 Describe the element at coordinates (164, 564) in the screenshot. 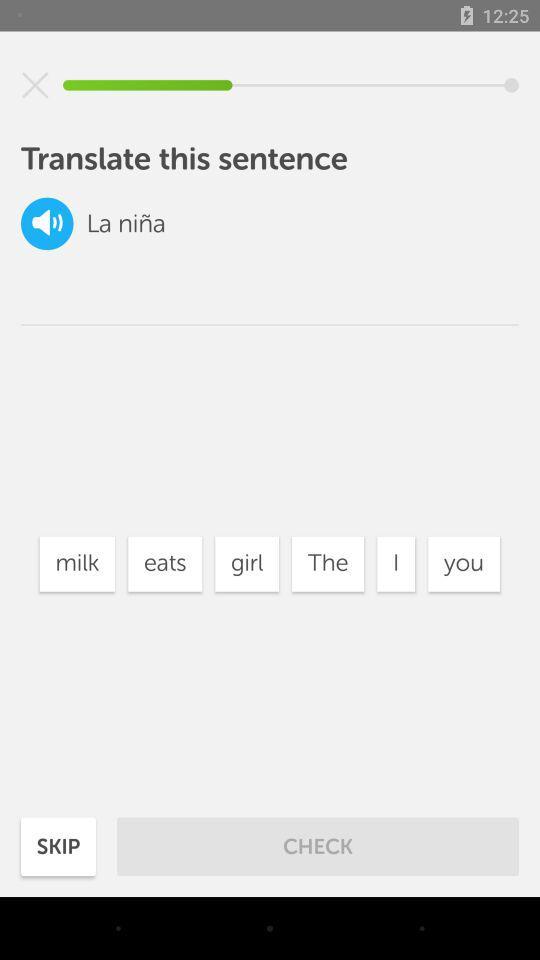

I see `the eats item` at that location.